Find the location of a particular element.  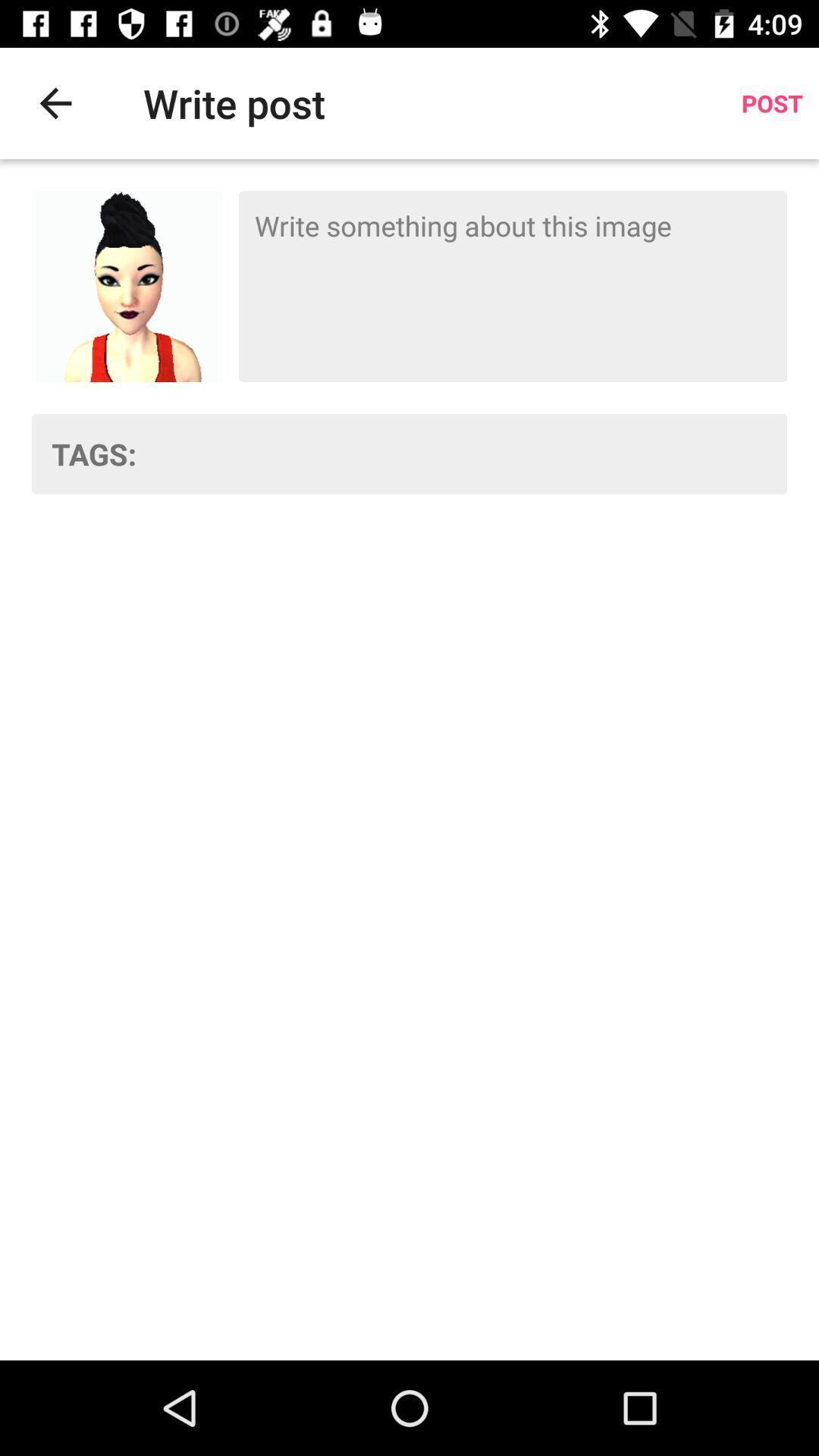

description box is located at coordinates (512, 287).